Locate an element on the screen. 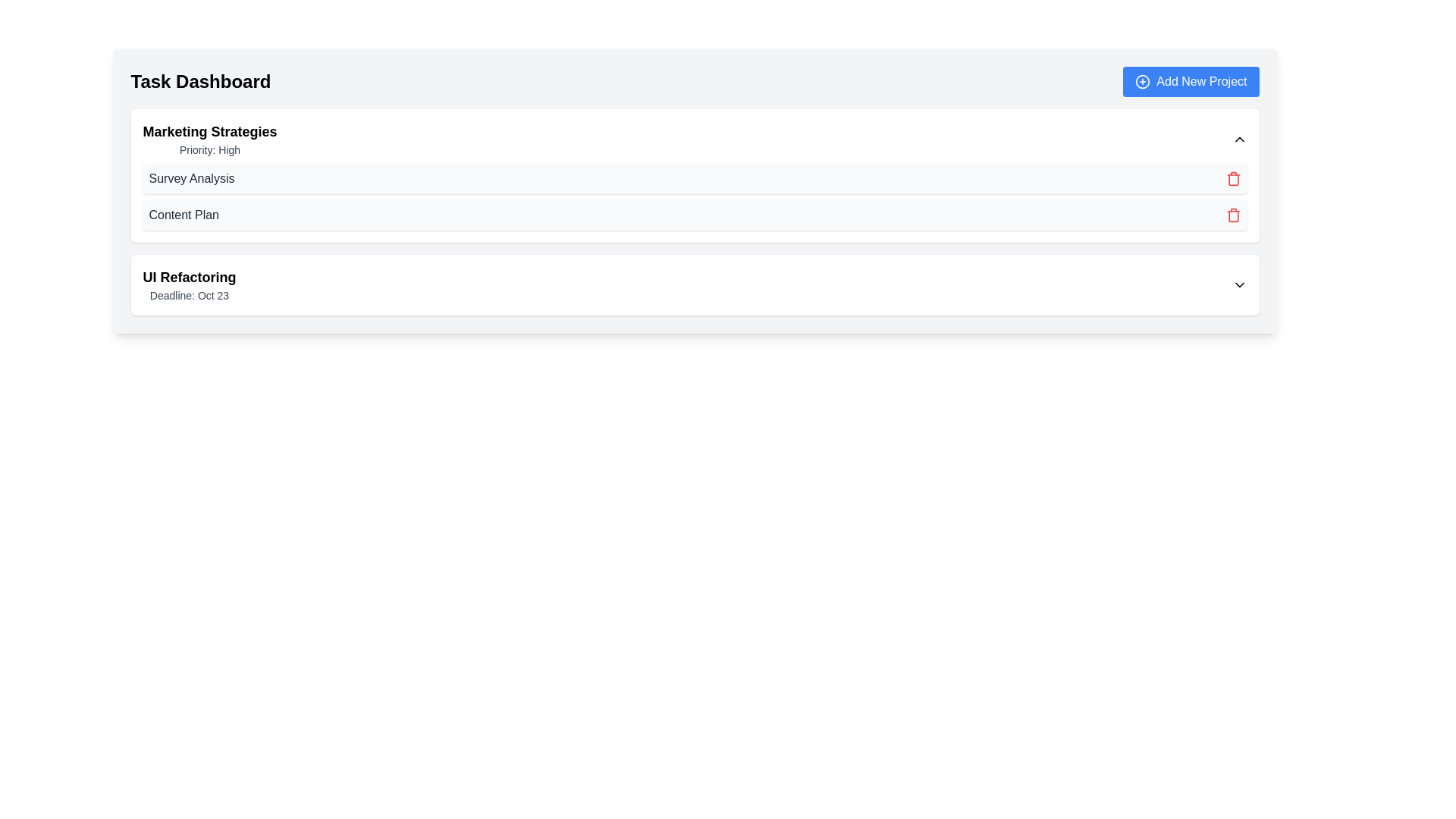 The height and width of the screenshot is (819, 1456). the upward-pointing chevron toggle control located near the top-right corner of the 'Marketing Strategies' list header, beside the text 'Priority: High' is located at coordinates (1239, 140).